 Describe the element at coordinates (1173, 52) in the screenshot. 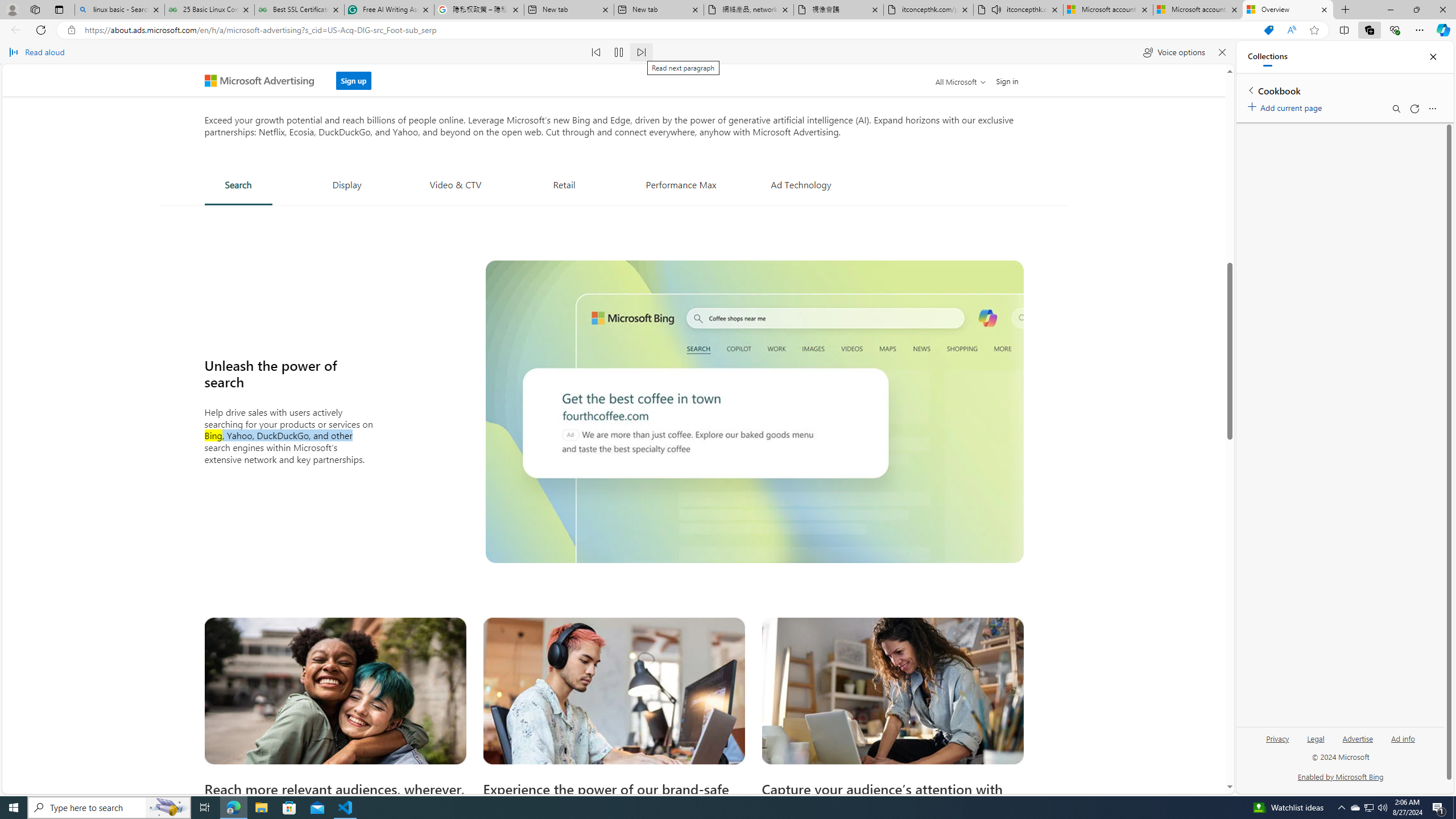

I see `'Voice options'` at that location.